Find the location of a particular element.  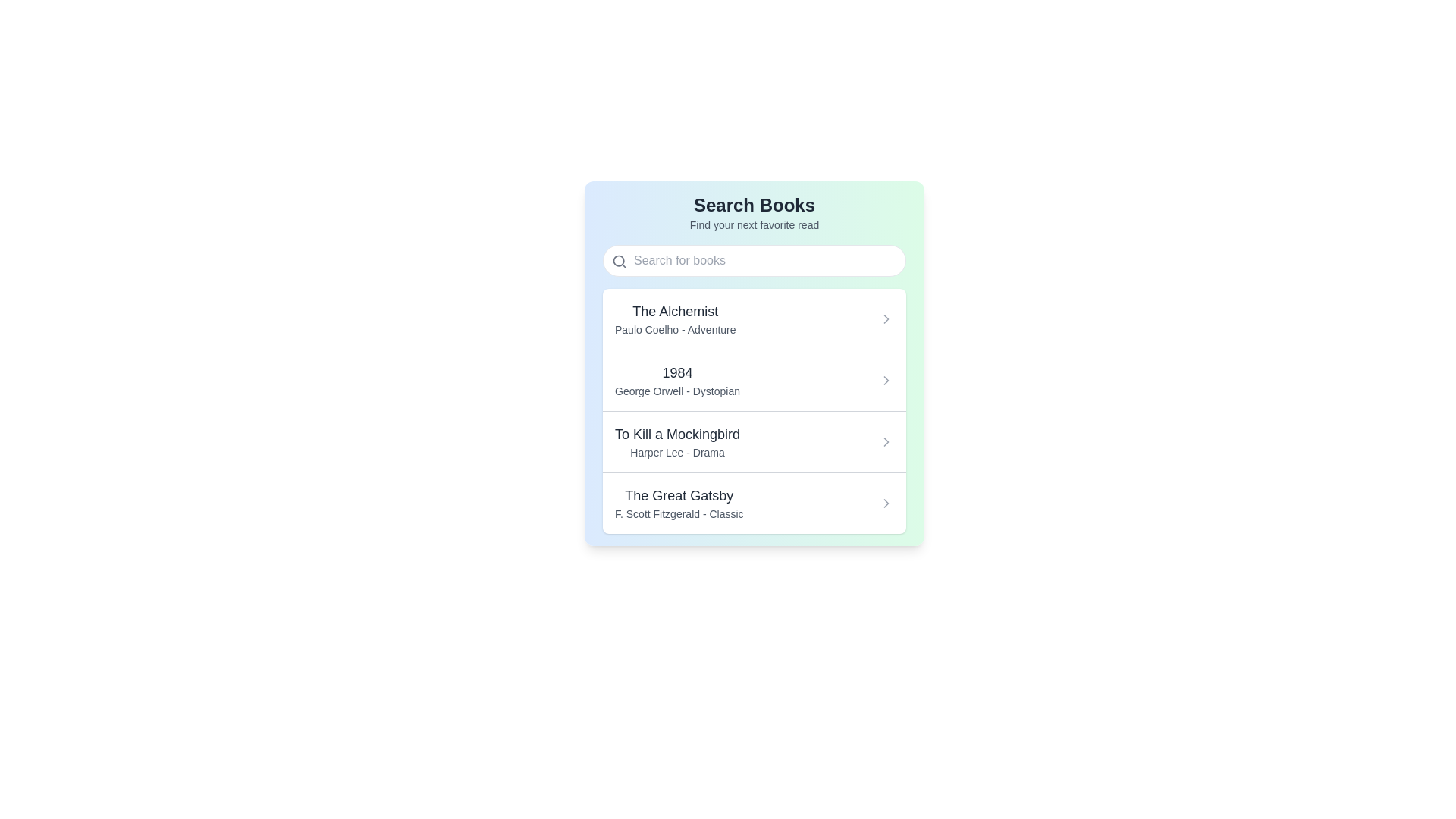

the list item for the book 'The Great Gatsby' by F. Scott Fitzgerald is located at coordinates (754, 503).